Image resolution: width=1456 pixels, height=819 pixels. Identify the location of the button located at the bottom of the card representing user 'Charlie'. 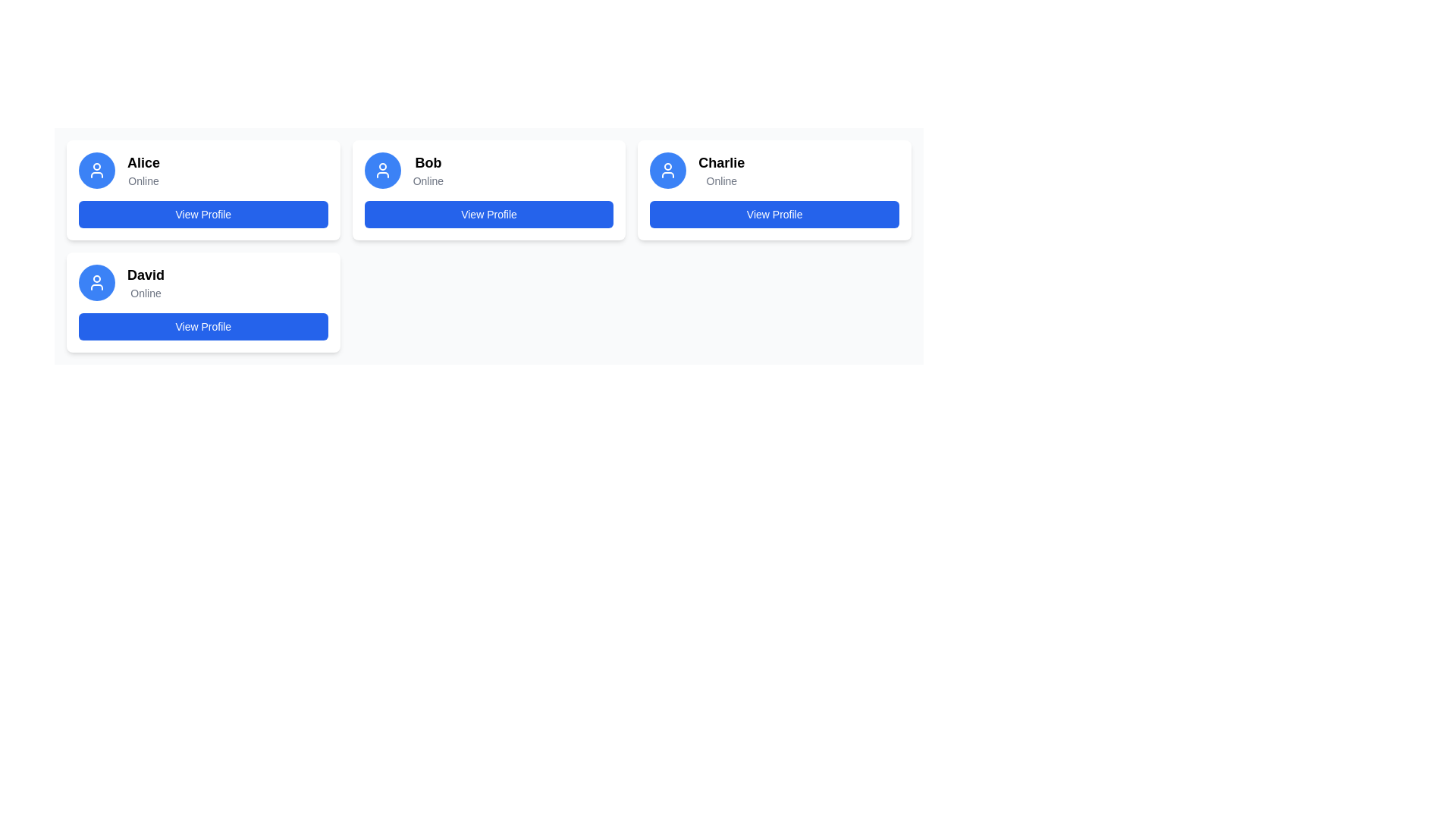
(774, 214).